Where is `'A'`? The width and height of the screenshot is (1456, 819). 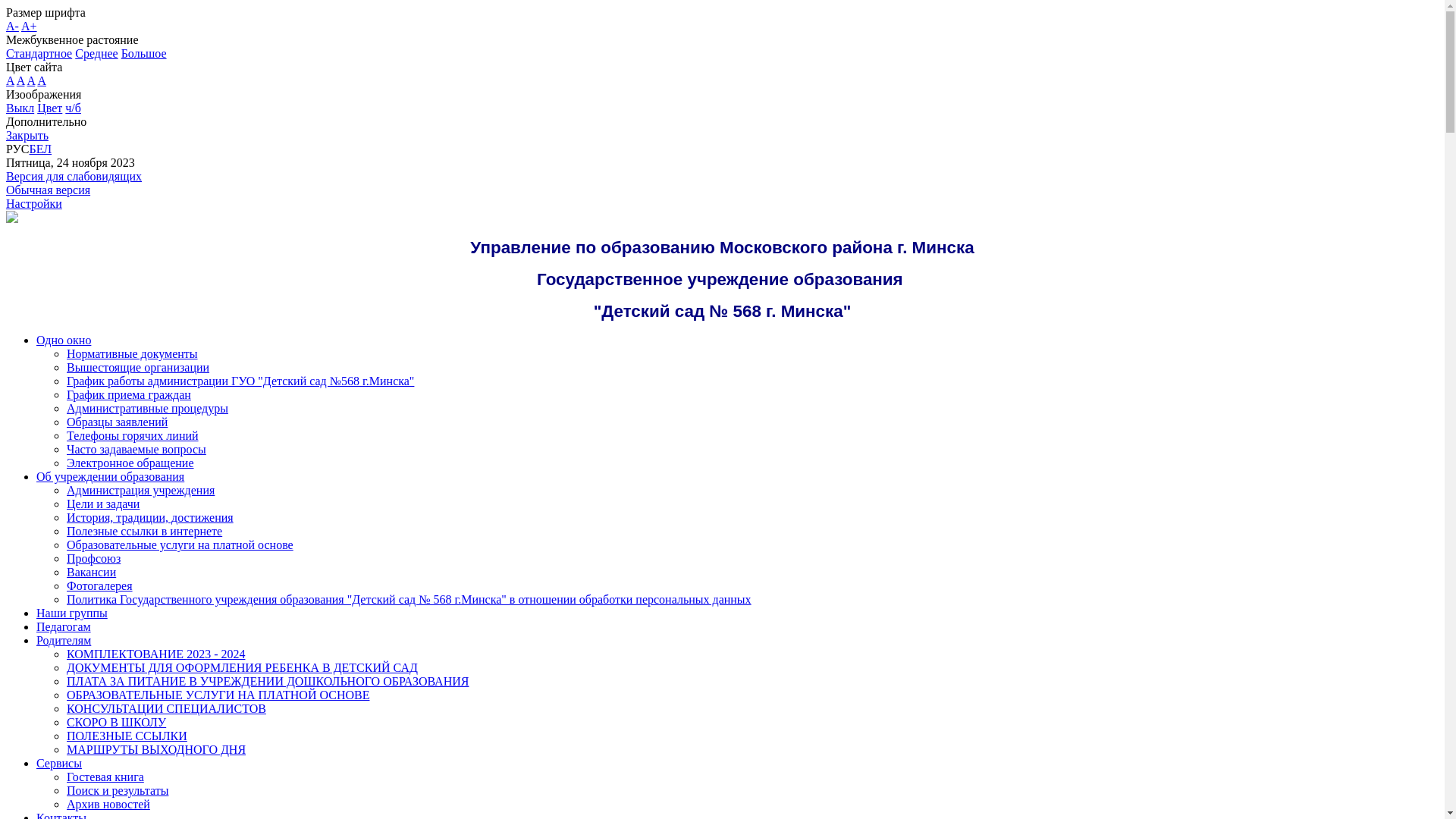 'A' is located at coordinates (20, 80).